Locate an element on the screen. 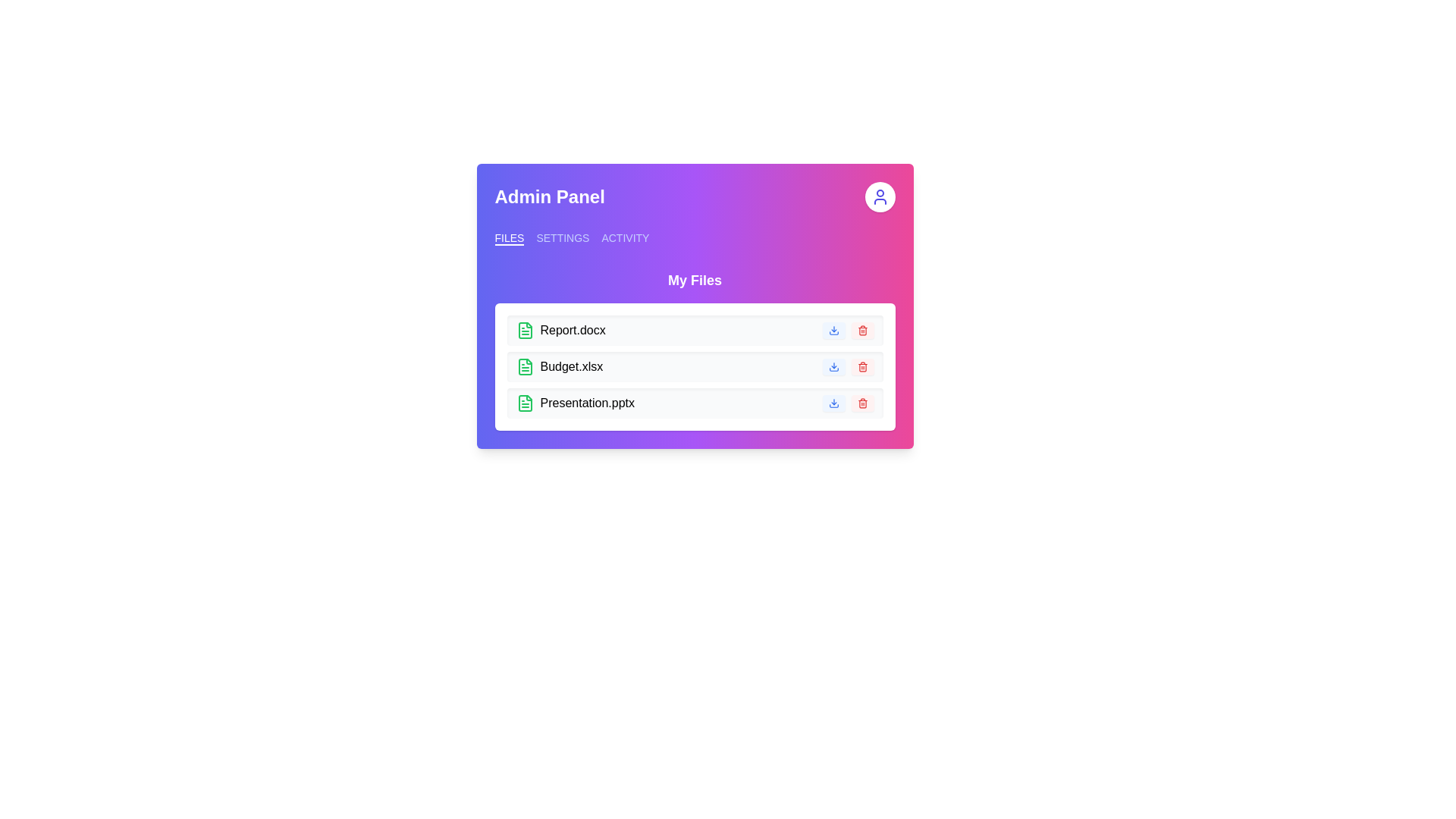 The width and height of the screenshot is (1456, 819). the third file preview item in the 'My Files' section is located at coordinates (694, 403).